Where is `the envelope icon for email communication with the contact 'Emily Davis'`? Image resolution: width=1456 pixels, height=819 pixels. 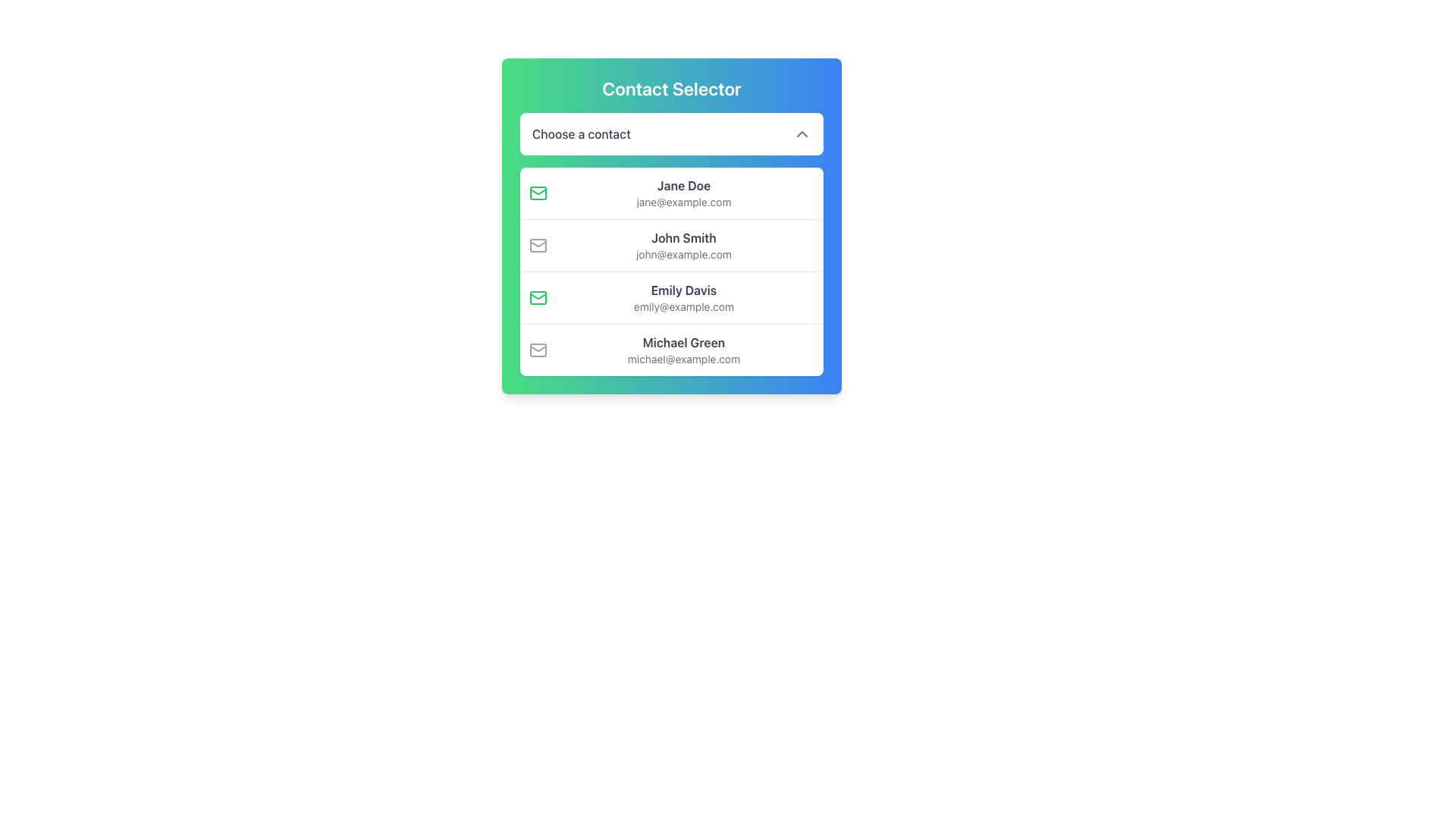 the envelope icon for email communication with the contact 'Emily Davis' is located at coordinates (538, 298).